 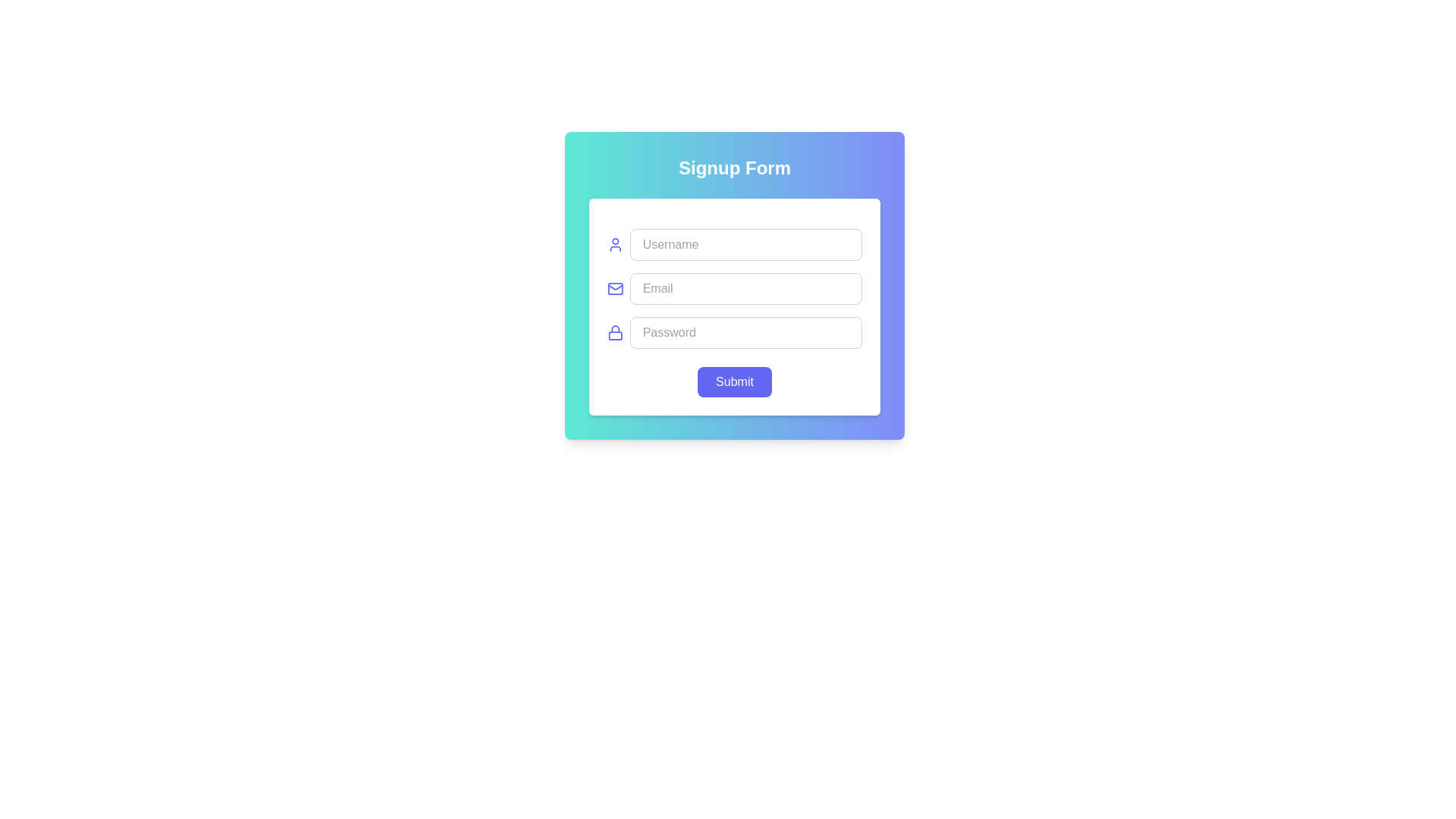 What do you see at coordinates (615, 332) in the screenshot?
I see `the indigo lock icon with rounded corners located to the left of the password input box` at bounding box center [615, 332].